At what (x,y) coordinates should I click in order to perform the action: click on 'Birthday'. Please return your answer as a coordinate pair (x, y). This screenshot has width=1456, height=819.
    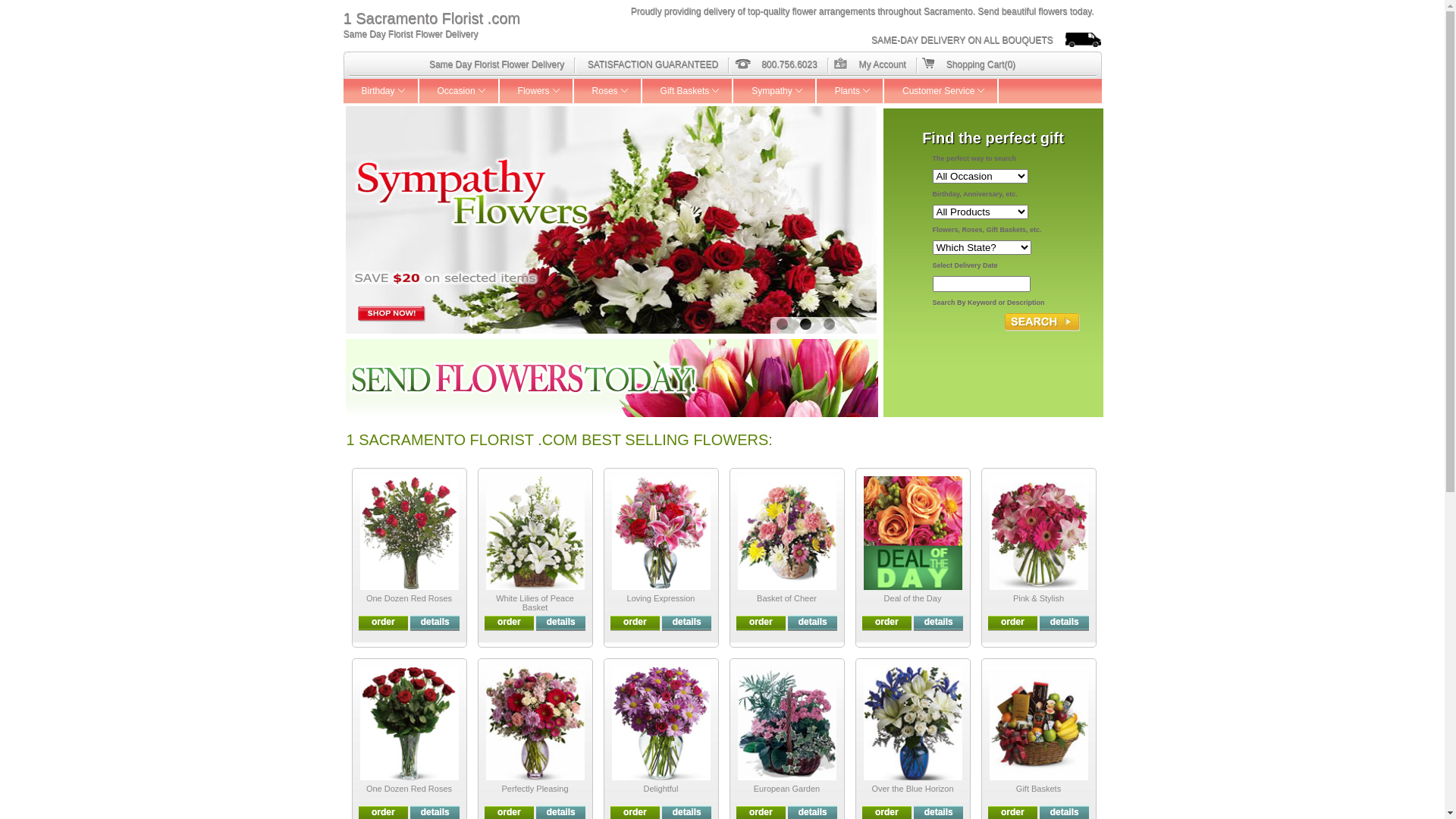
    Looking at the image, I should click on (381, 90).